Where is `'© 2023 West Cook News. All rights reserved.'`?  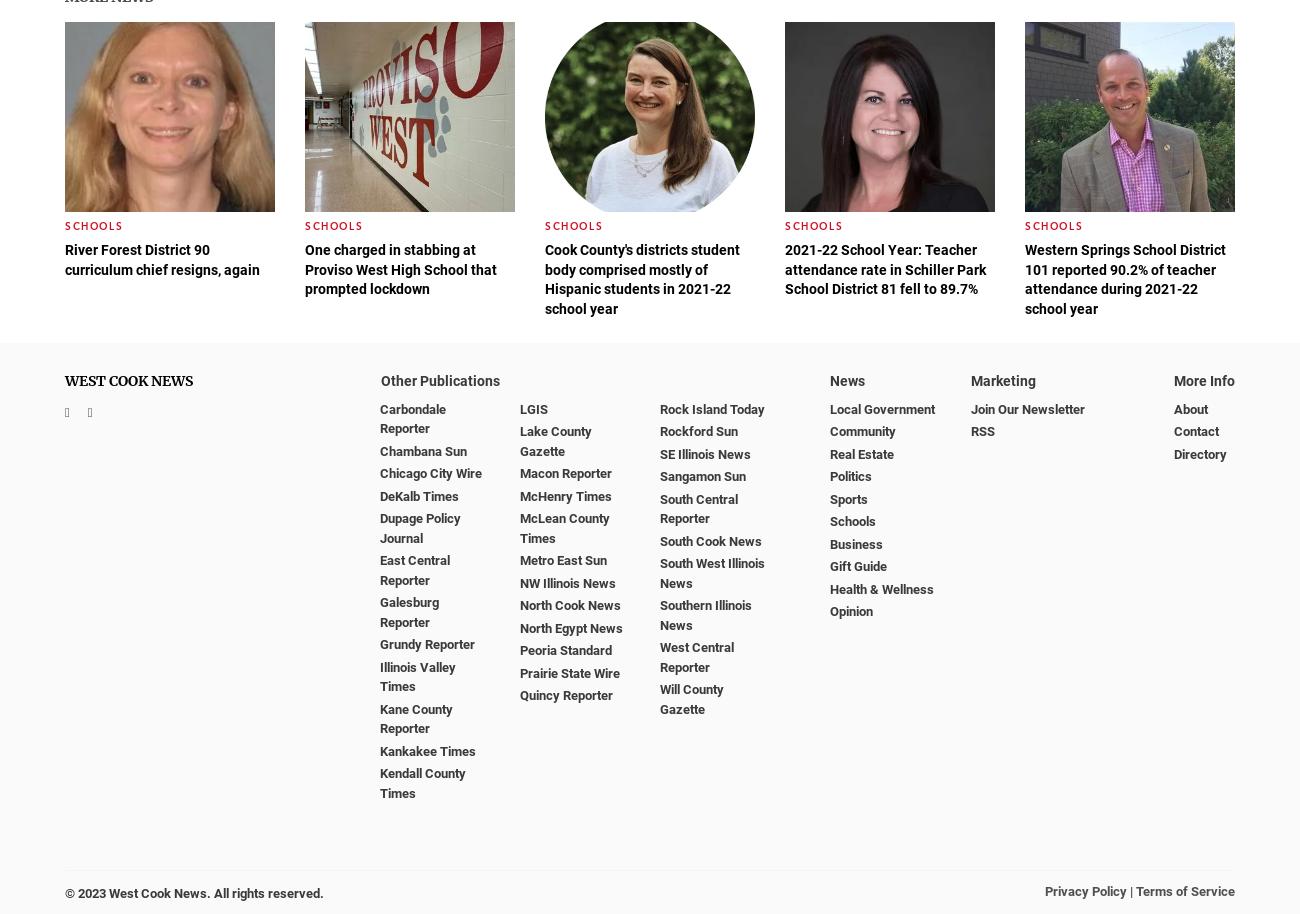 '© 2023 West Cook News. All rights reserved.' is located at coordinates (194, 892).